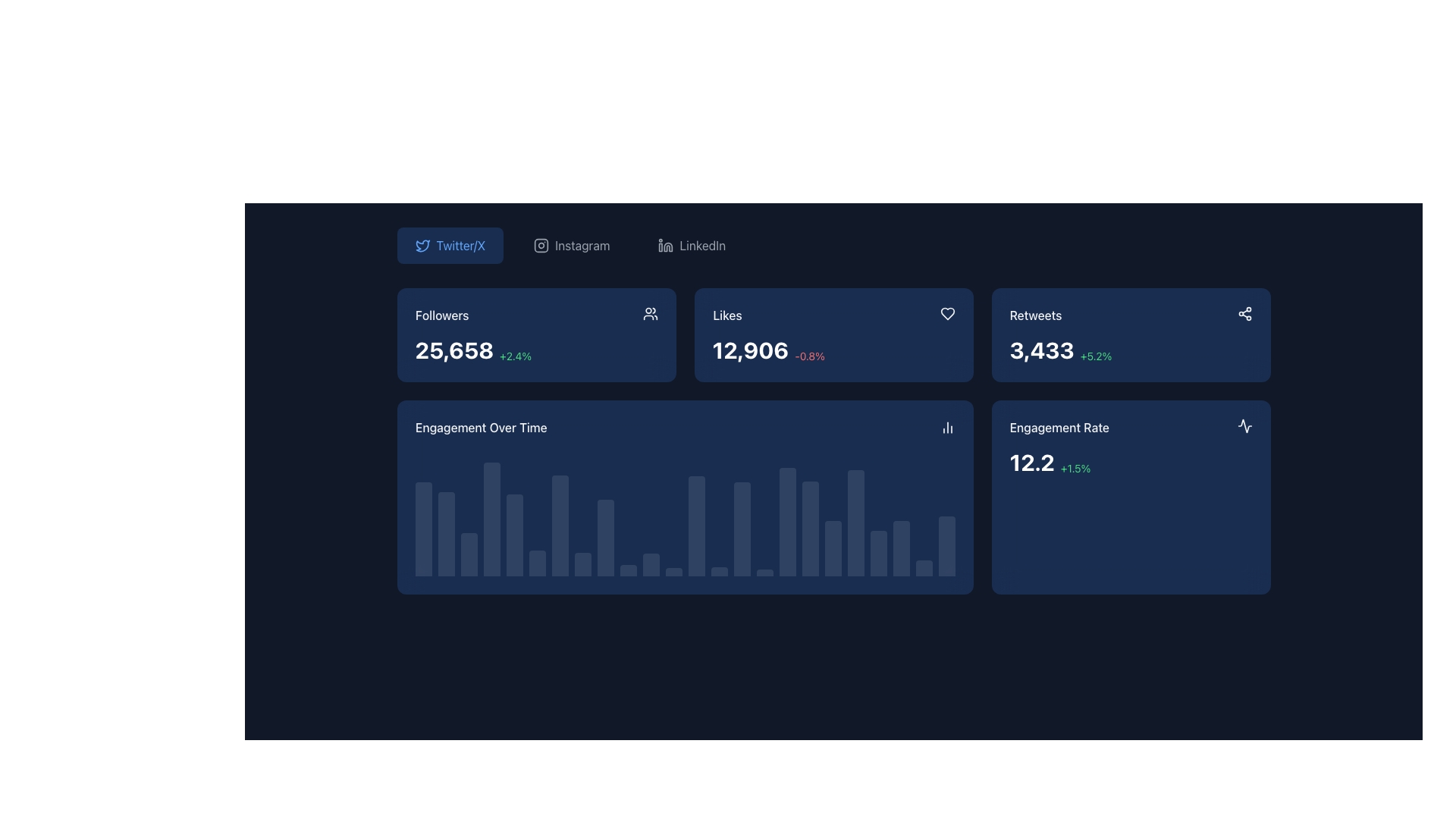 The image size is (1456, 819). What do you see at coordinates (695, 526) in the screenshot?
I see `the 13th bar in the bar chart beneath the 'Engagement Over Time' title` at bounding box center [695, 526].